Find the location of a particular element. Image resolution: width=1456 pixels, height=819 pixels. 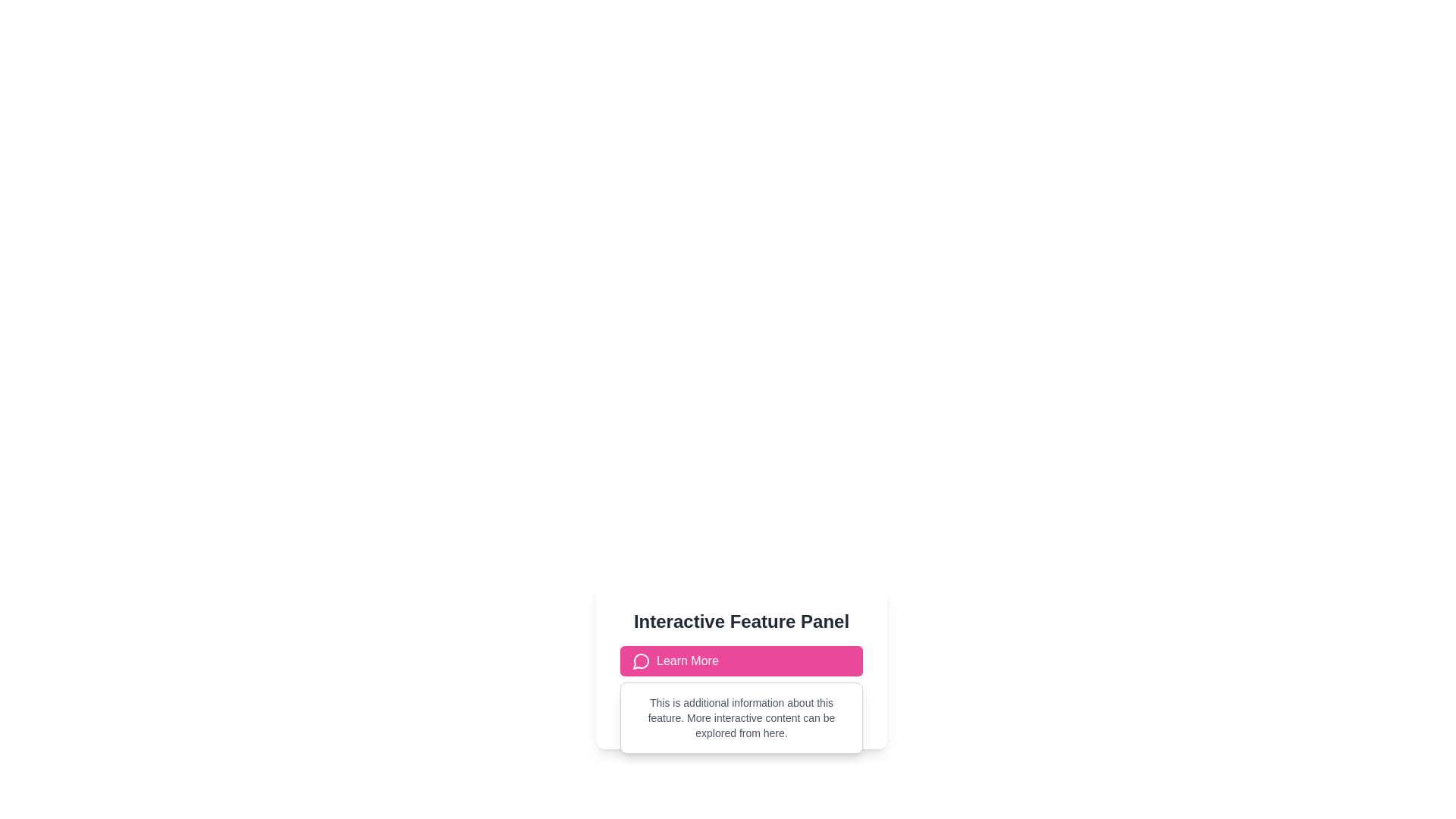

the 'Interactive Feature Panel' text label that is styled with a bold font weight and dark gray color, positioned centrally at the top of the panel is located at coordinates (742, 622).